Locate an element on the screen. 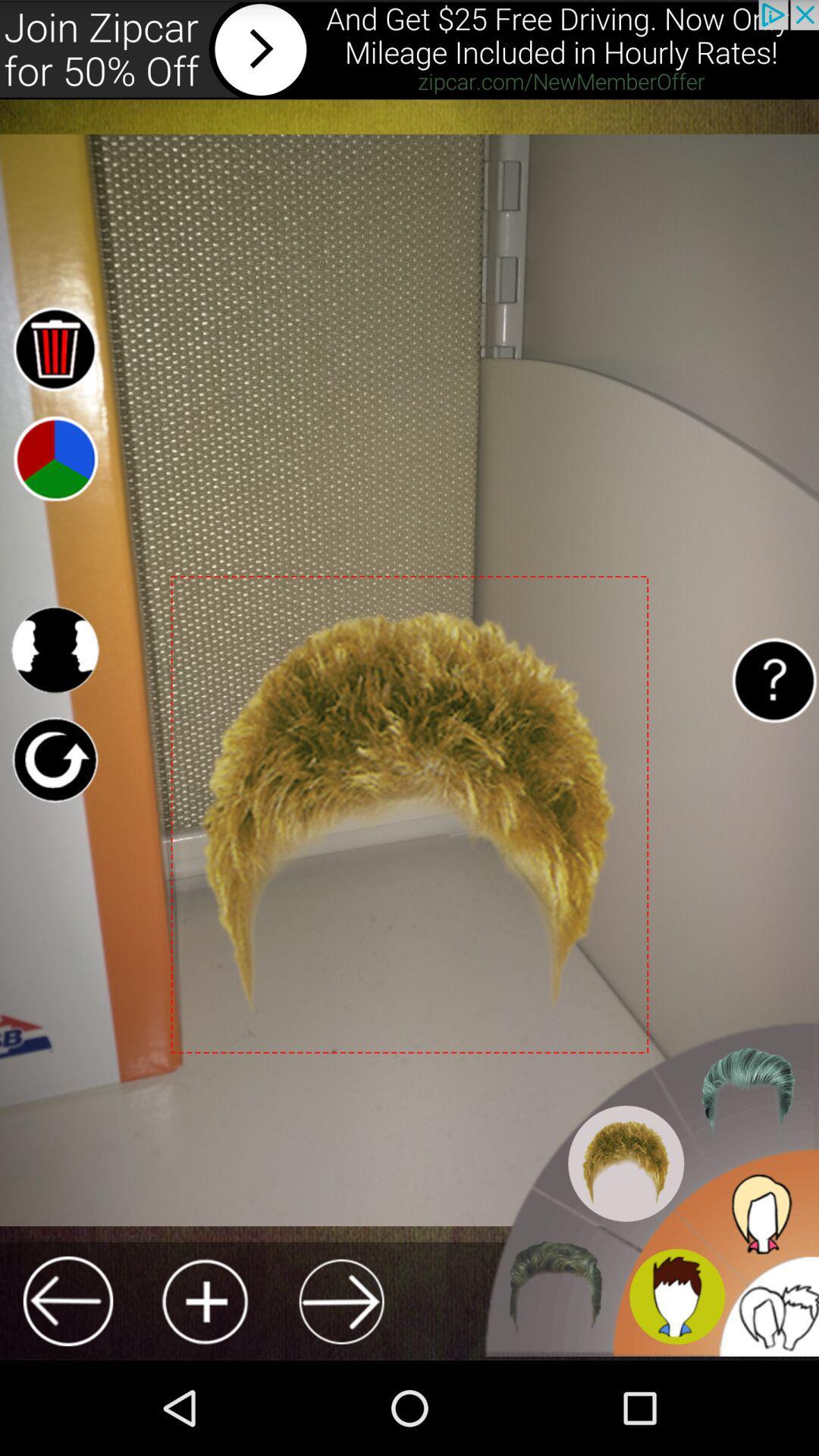 The width and height of the screenshot is (819, 1456). refresh page is located at coordinates (54, 760).